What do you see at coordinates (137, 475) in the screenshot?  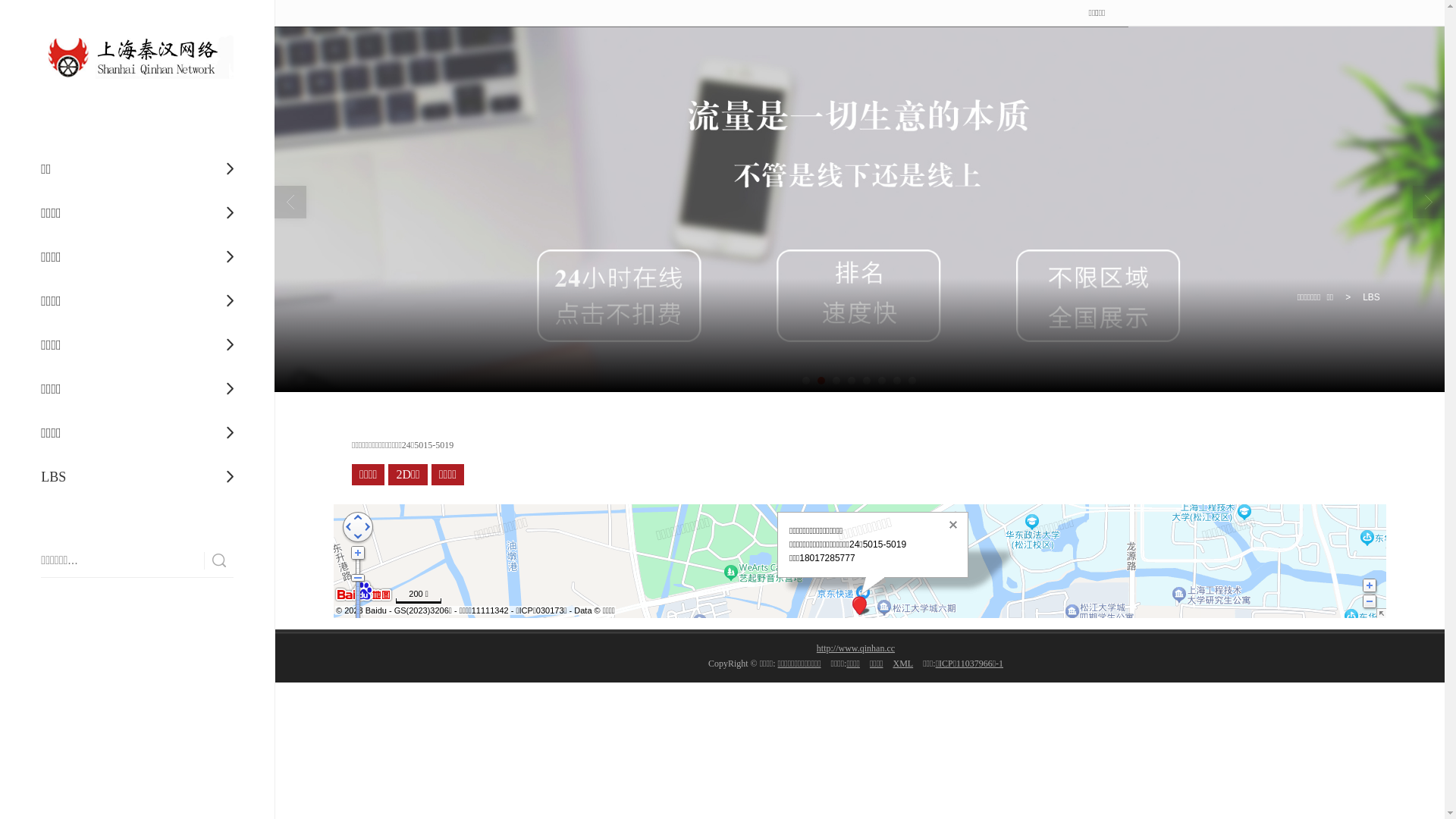 I see `'LBS'` at bounding box center [137, 475].